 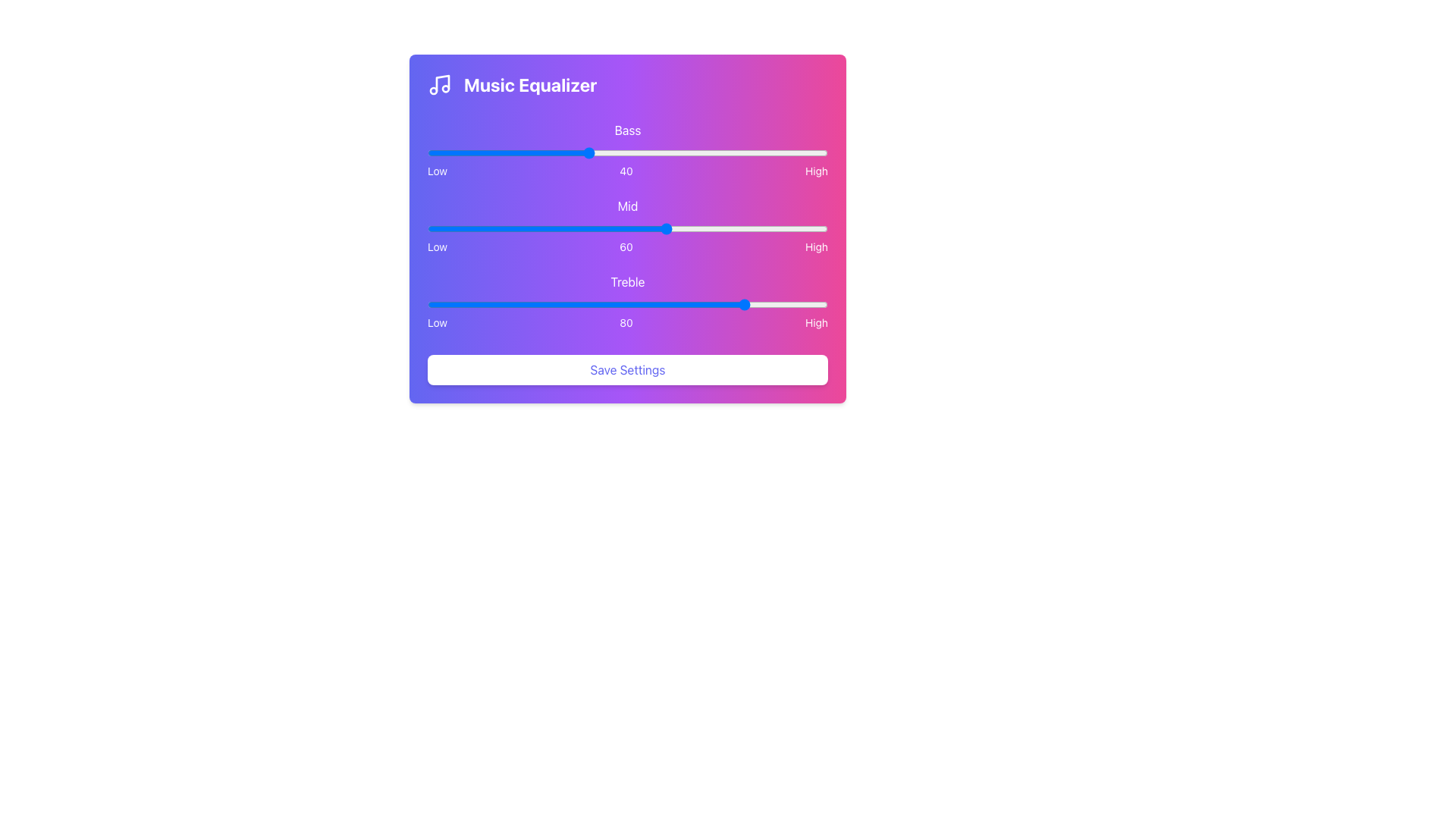 What do you see at coordinates (436, 246) in the screenshot?
I see `the text label displaying 'Low', which is styled with white text on a light purple background and positioned to the left of the number '60' and label 'High'` at bounding box center [436, 246].